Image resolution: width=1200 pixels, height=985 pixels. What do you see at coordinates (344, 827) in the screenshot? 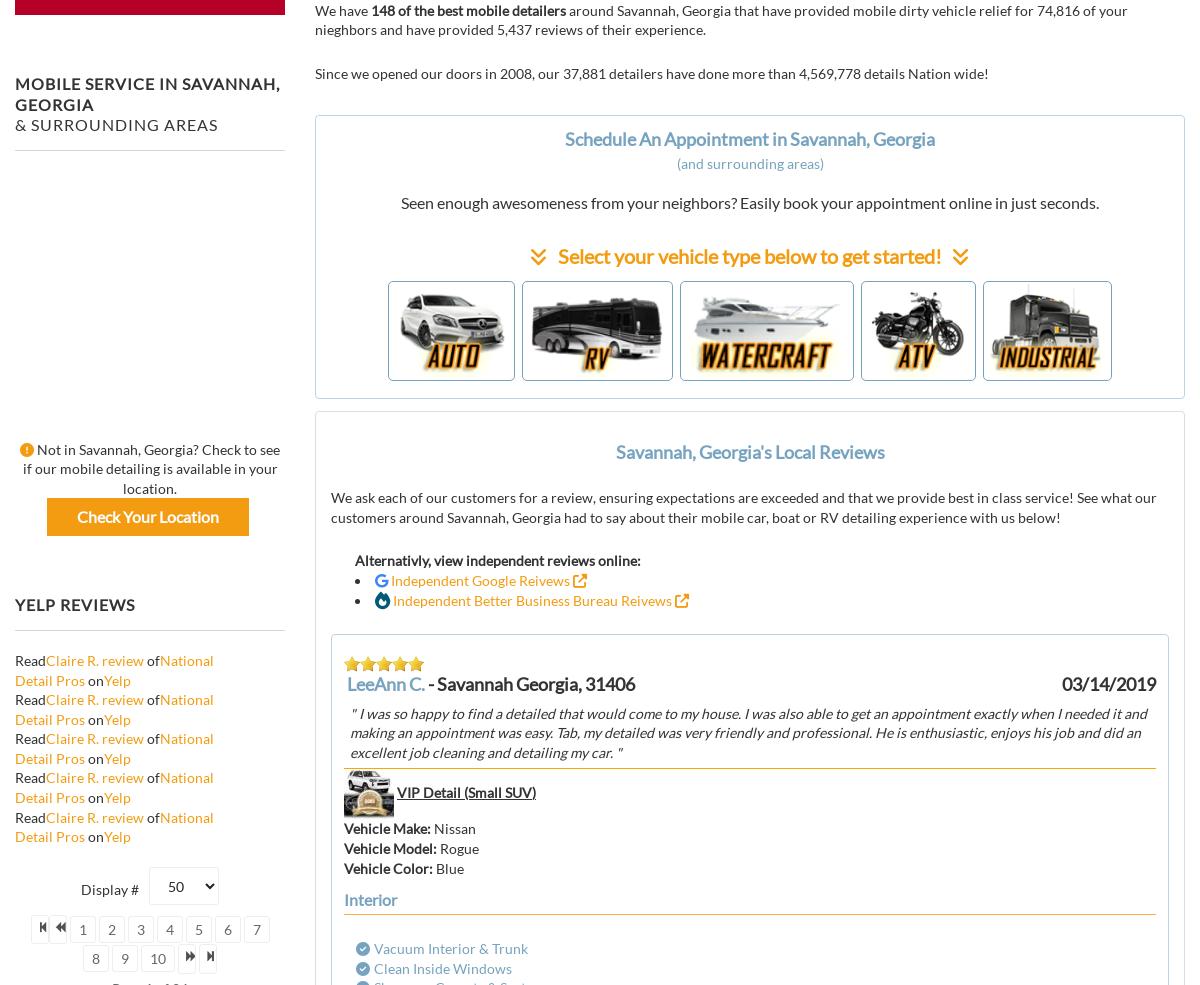
I see `'Vehicle Make'` at bounding box center [344, 827].